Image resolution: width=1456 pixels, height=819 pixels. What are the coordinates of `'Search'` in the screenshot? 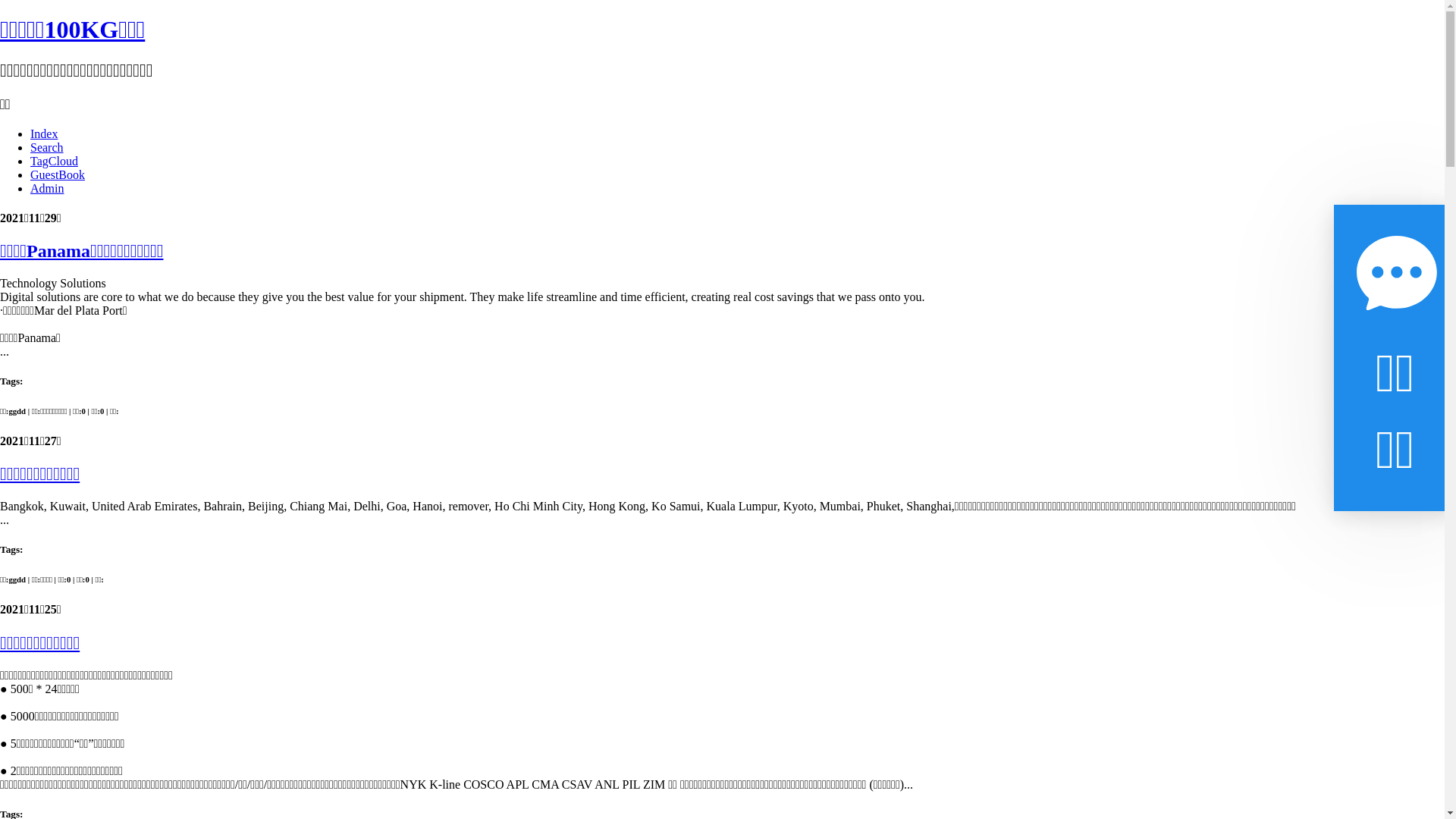 It's located at (30, 147).